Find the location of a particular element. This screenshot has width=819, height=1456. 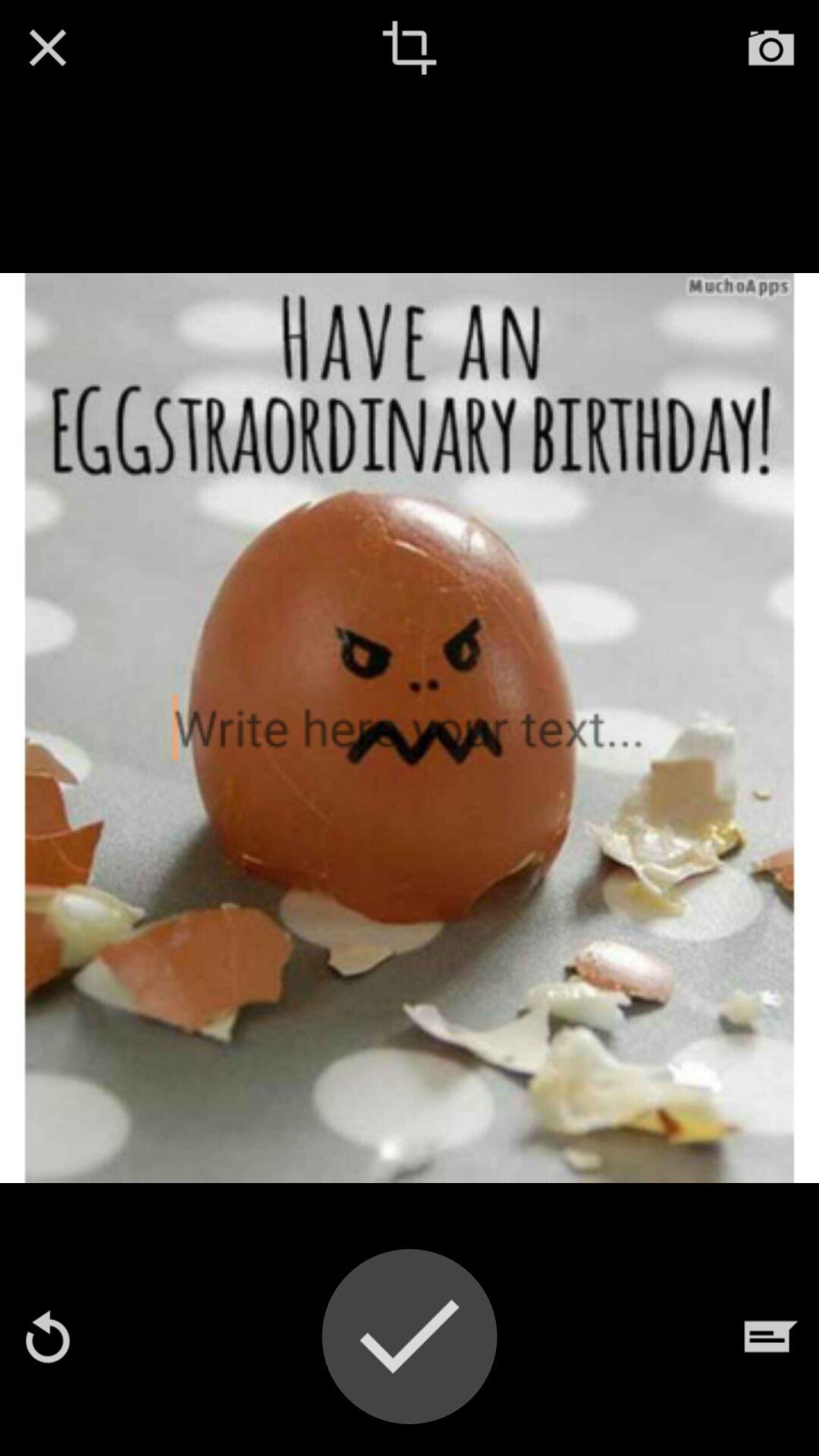

edit is located at coordinates (409, 47).